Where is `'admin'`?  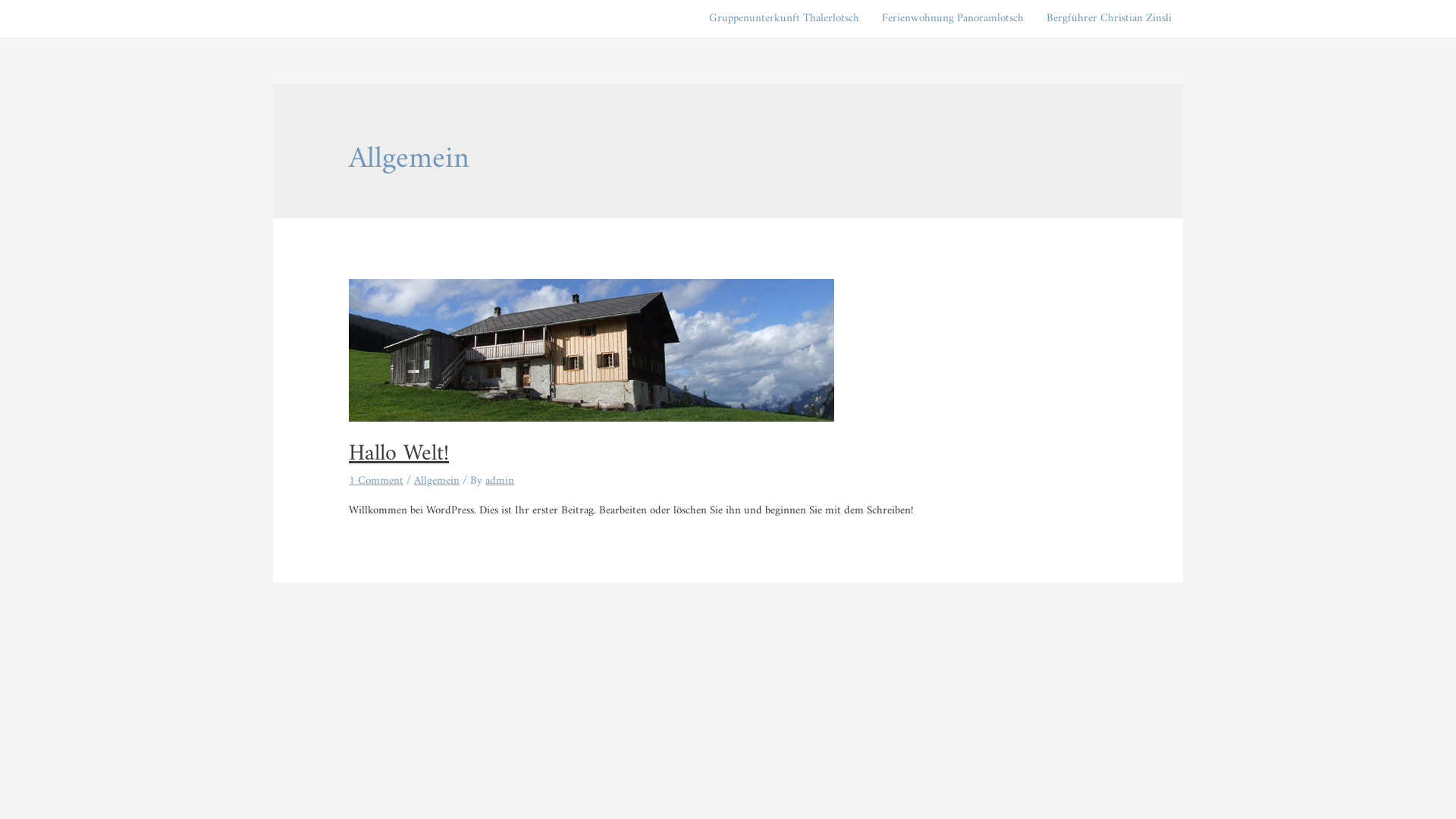
'admin' is located at coordinates (499, 481).